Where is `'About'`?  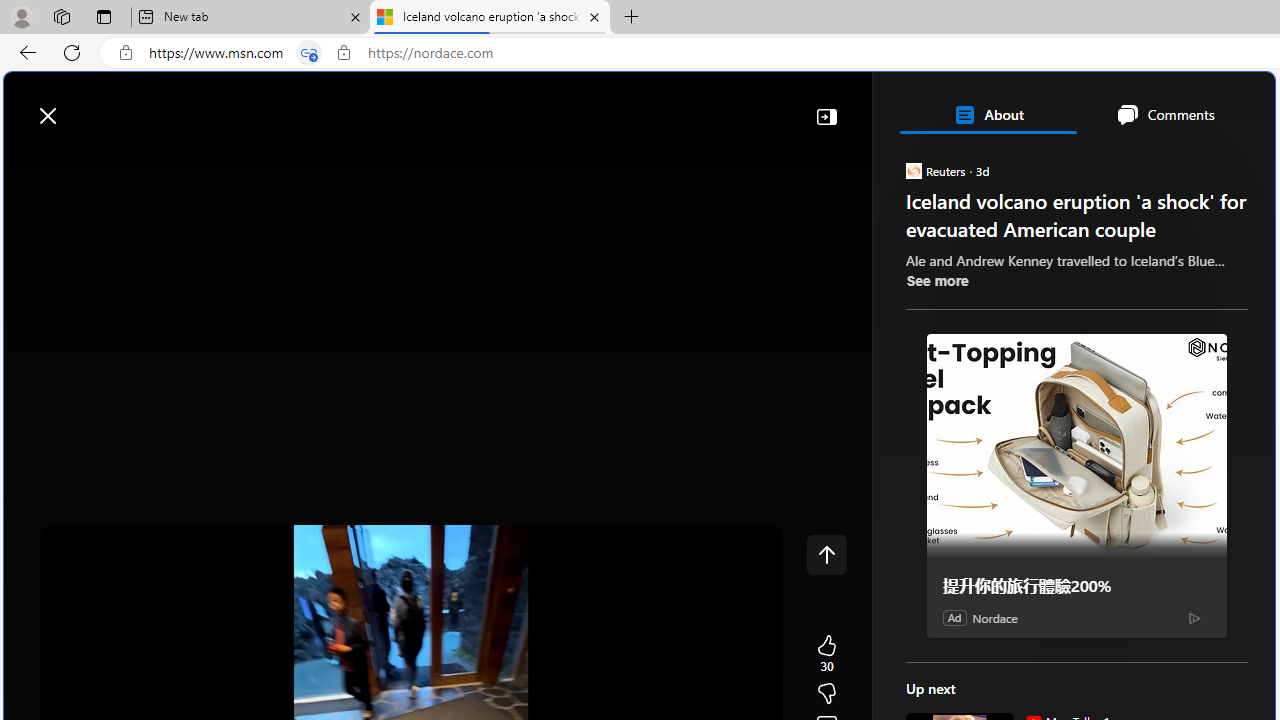 'About' is located at coordinates (987, 114).